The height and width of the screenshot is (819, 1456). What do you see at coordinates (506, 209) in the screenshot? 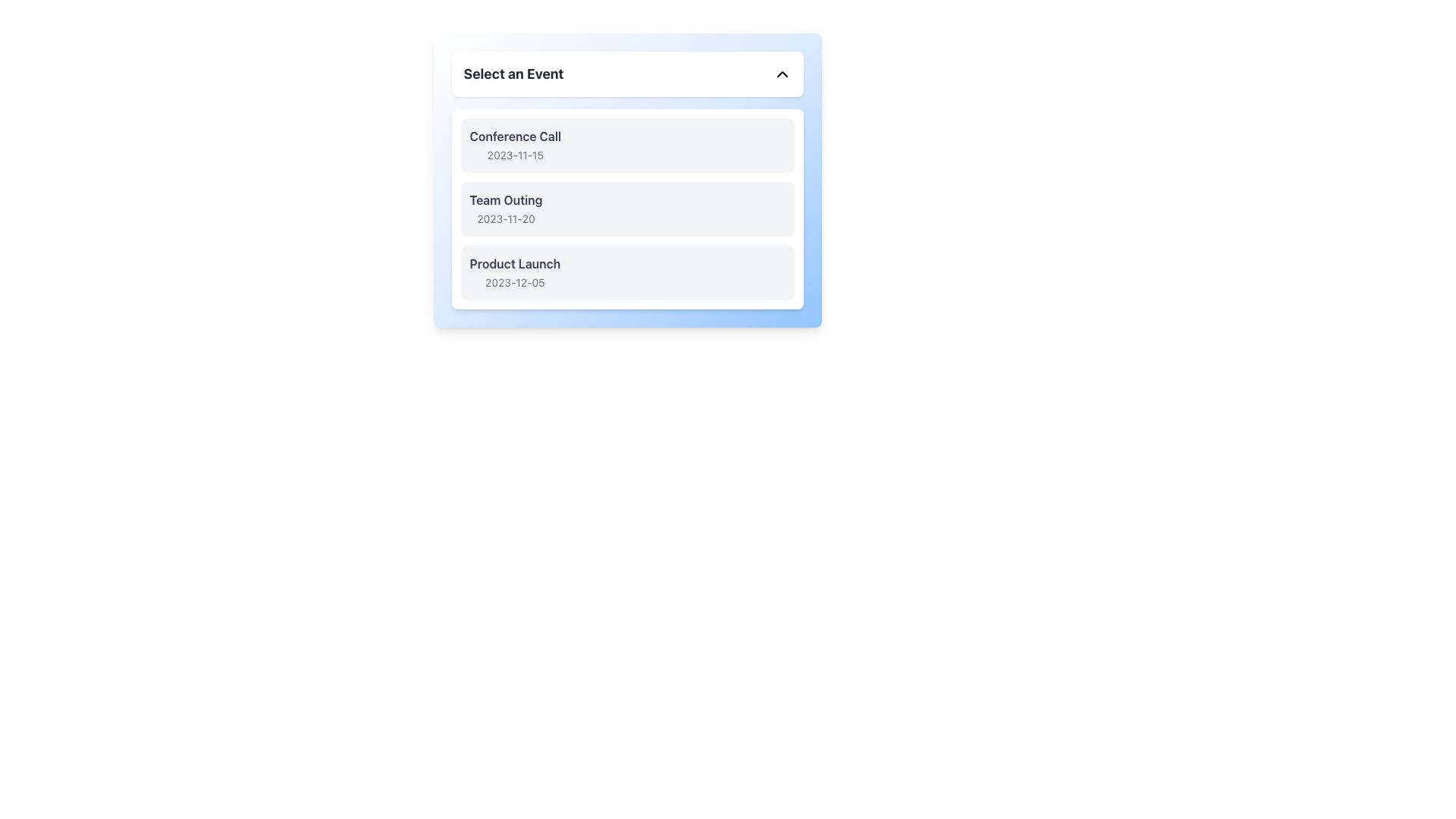
I see `the text details of the 'Team Outing' label, which is styled in bold and contains the date '2023-11-20', positioned in the second row of event entries` at bounding box center [506, 209].